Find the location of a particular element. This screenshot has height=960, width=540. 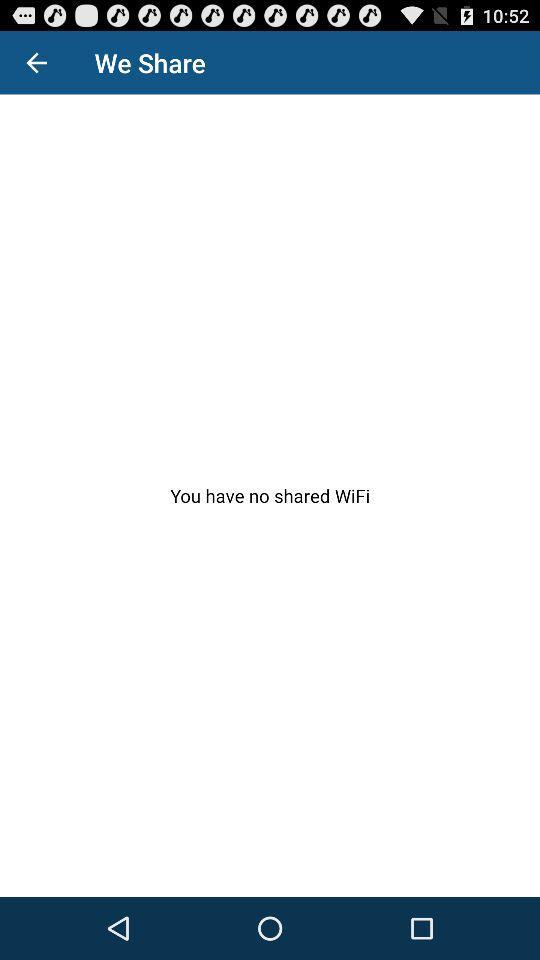

the icon next to the we share item is located at coordinates (36, 62).